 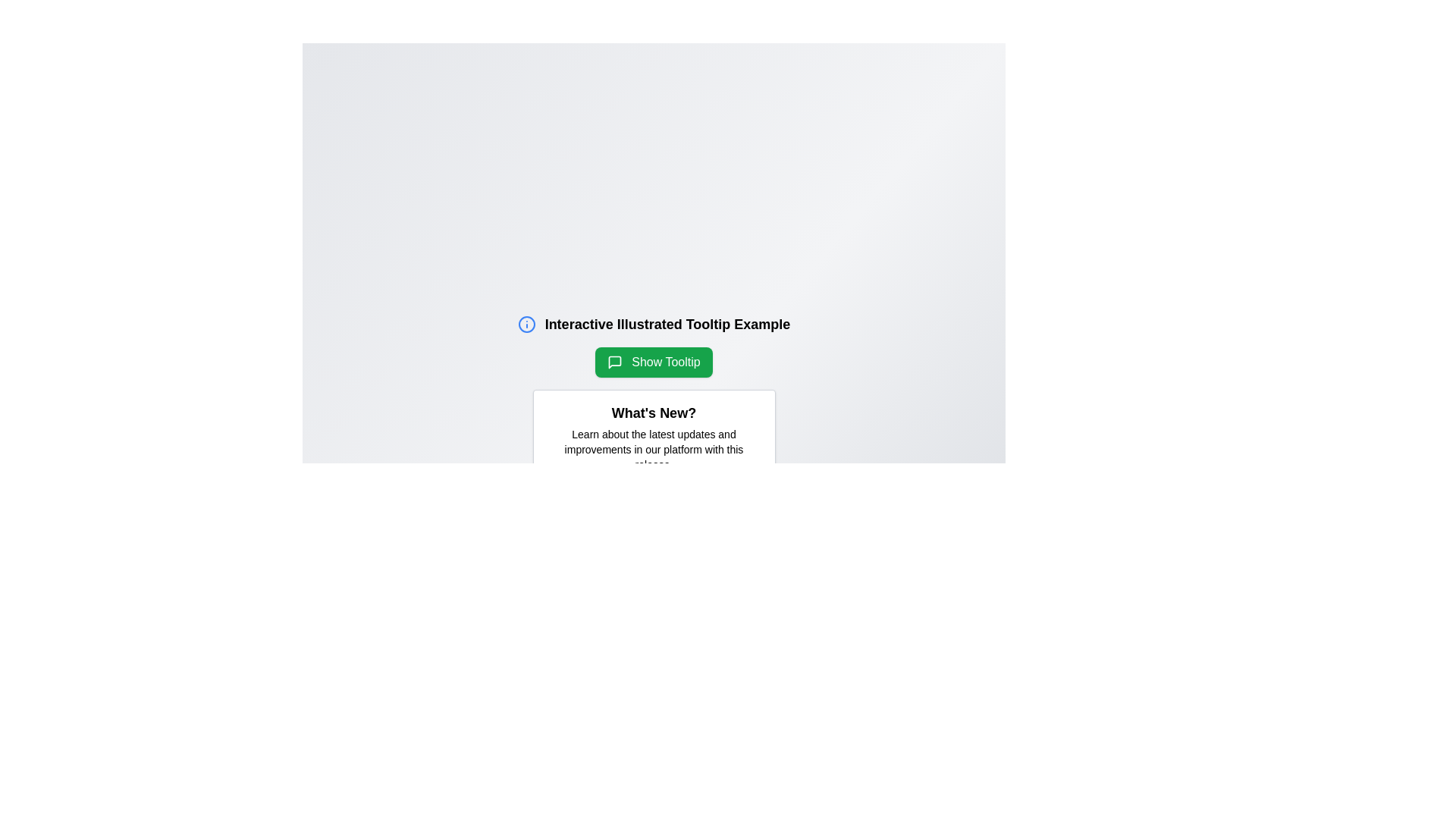 What do you see at coordinates (526, 324) in the screenshot?
I see `the information icon located to the left of the text 'Interactive Illustrated Tooltip Example'` at bounding box center [526, 324].